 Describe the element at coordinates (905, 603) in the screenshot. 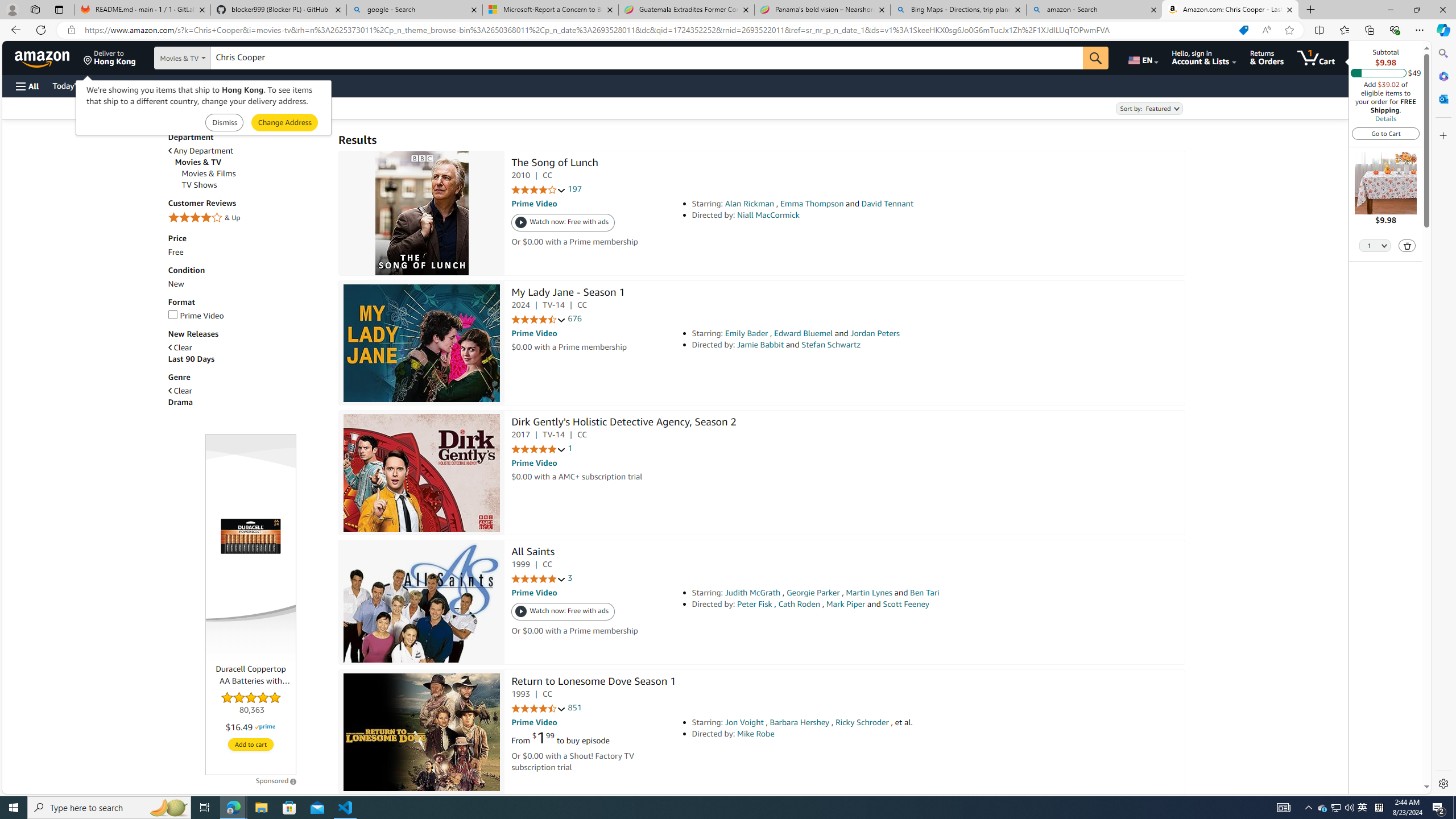

I see `'Scott Feeney'` at that location.